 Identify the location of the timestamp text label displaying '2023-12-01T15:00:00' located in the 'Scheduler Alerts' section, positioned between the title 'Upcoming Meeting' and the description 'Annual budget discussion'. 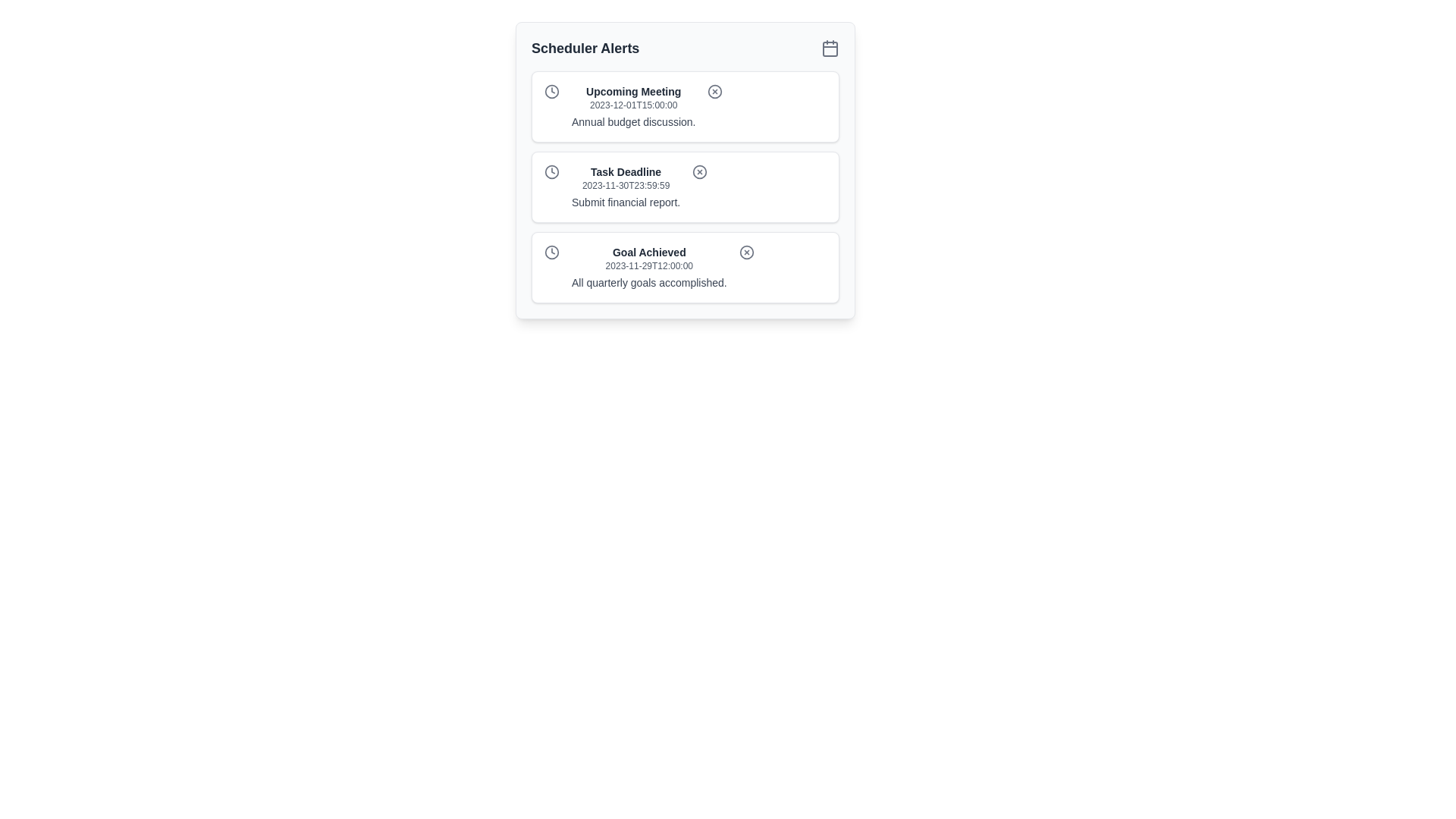
(633, 104).